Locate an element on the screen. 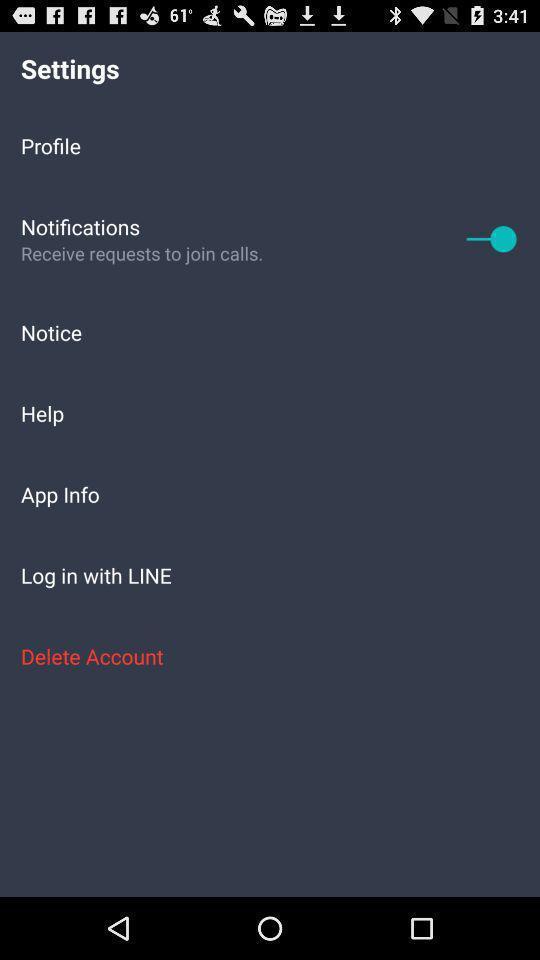 The width and height of the screenshot is (540, 960). the log in with item is located at coordinates (270, 575).